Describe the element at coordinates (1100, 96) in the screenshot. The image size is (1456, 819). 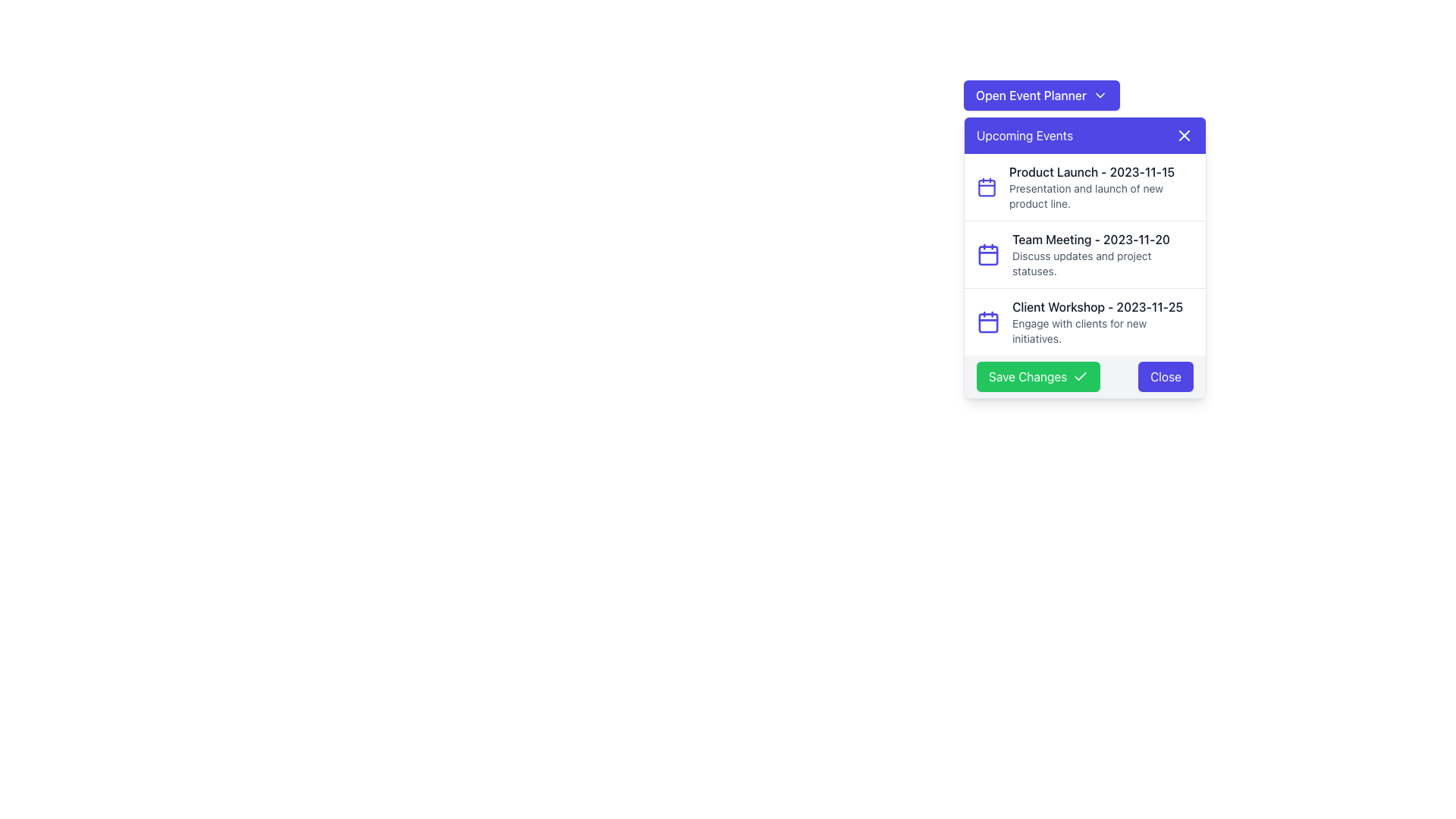
I see `the downward chevron icon indicating dropdown functionality next to the 'Open Event Planner' button` at that location.